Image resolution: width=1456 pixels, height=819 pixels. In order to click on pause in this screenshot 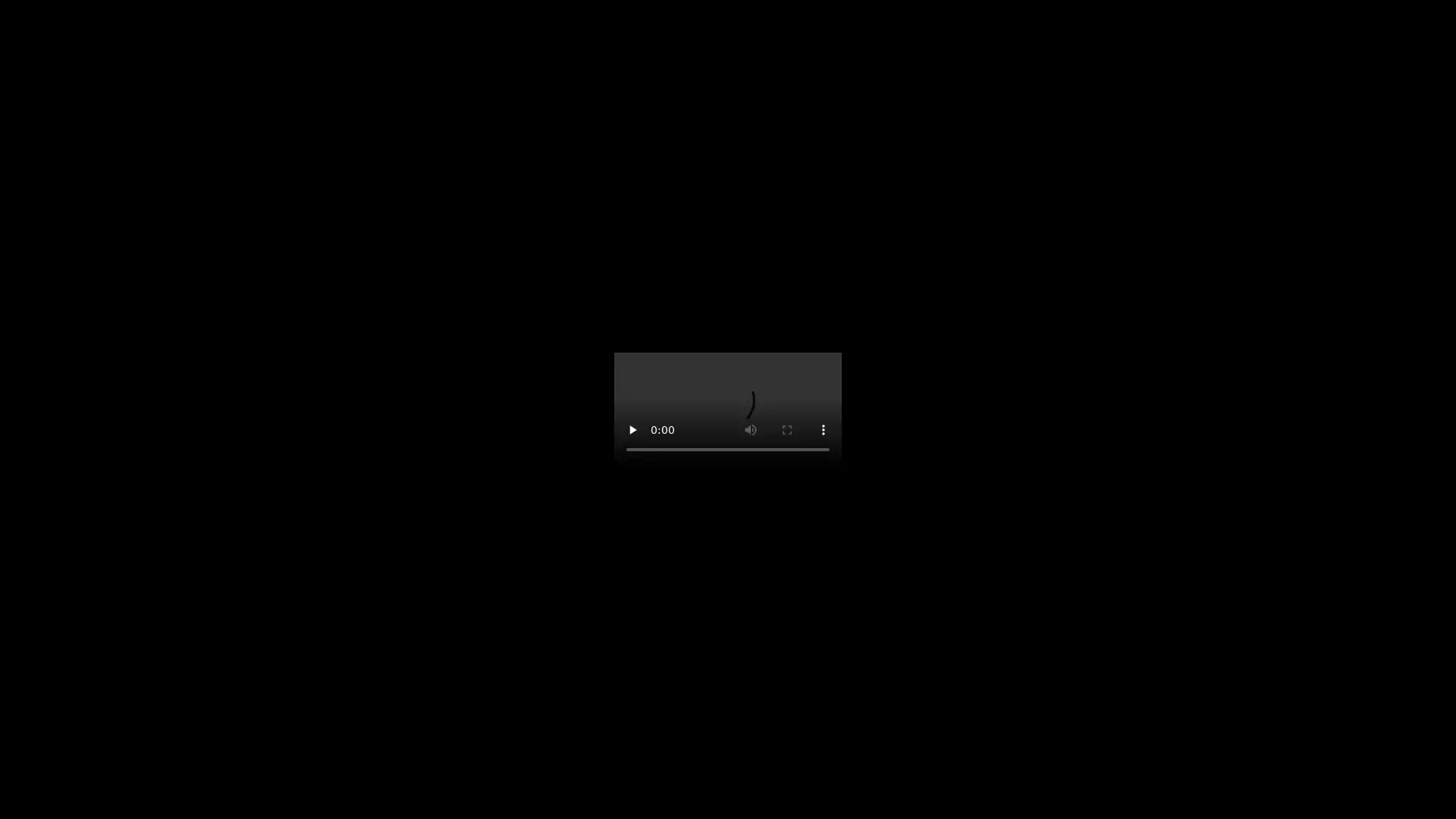, I will do `click(633, 444)`.